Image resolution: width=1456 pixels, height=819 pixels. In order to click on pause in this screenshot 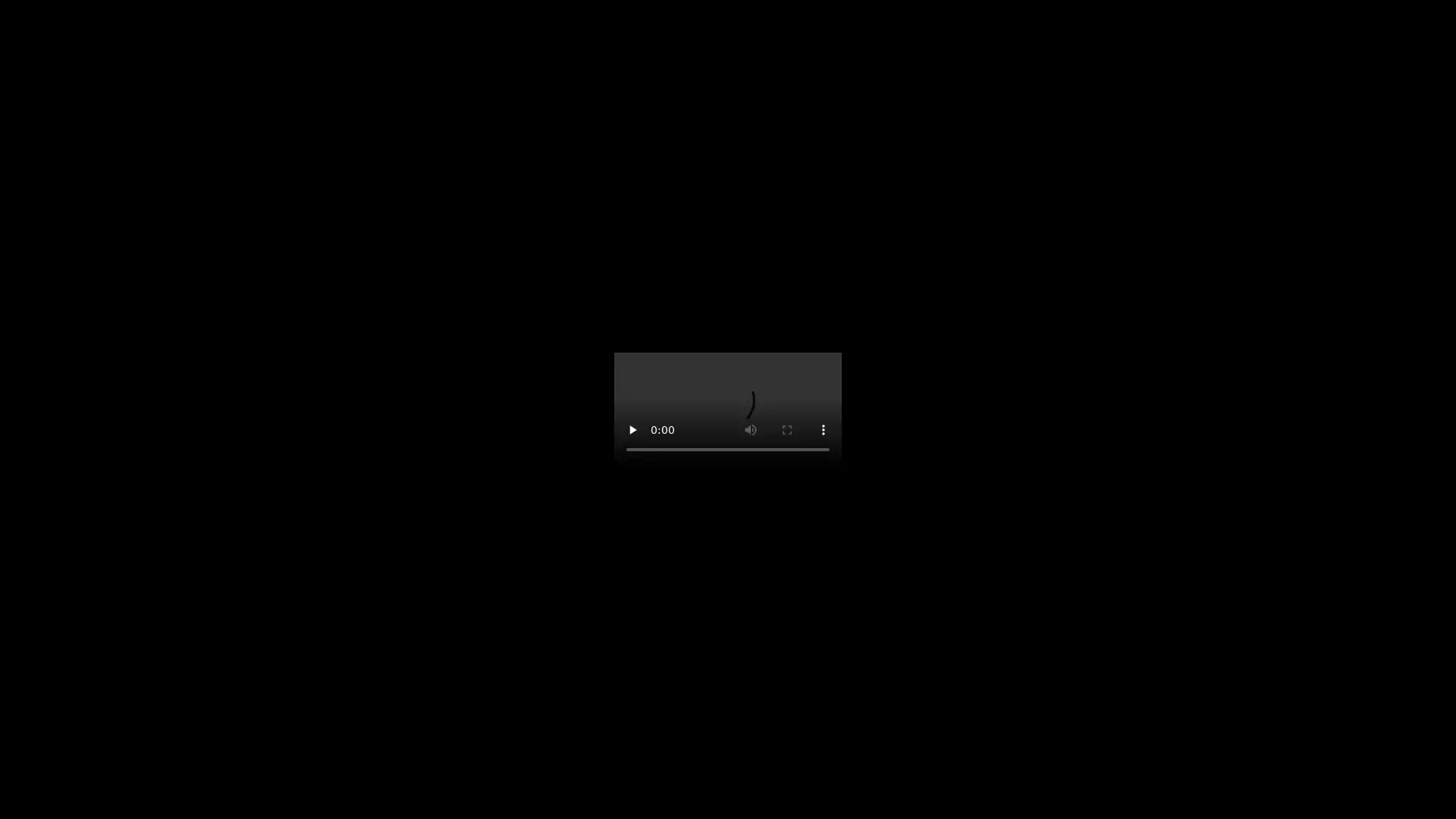, I will do `click(633, 444)`.